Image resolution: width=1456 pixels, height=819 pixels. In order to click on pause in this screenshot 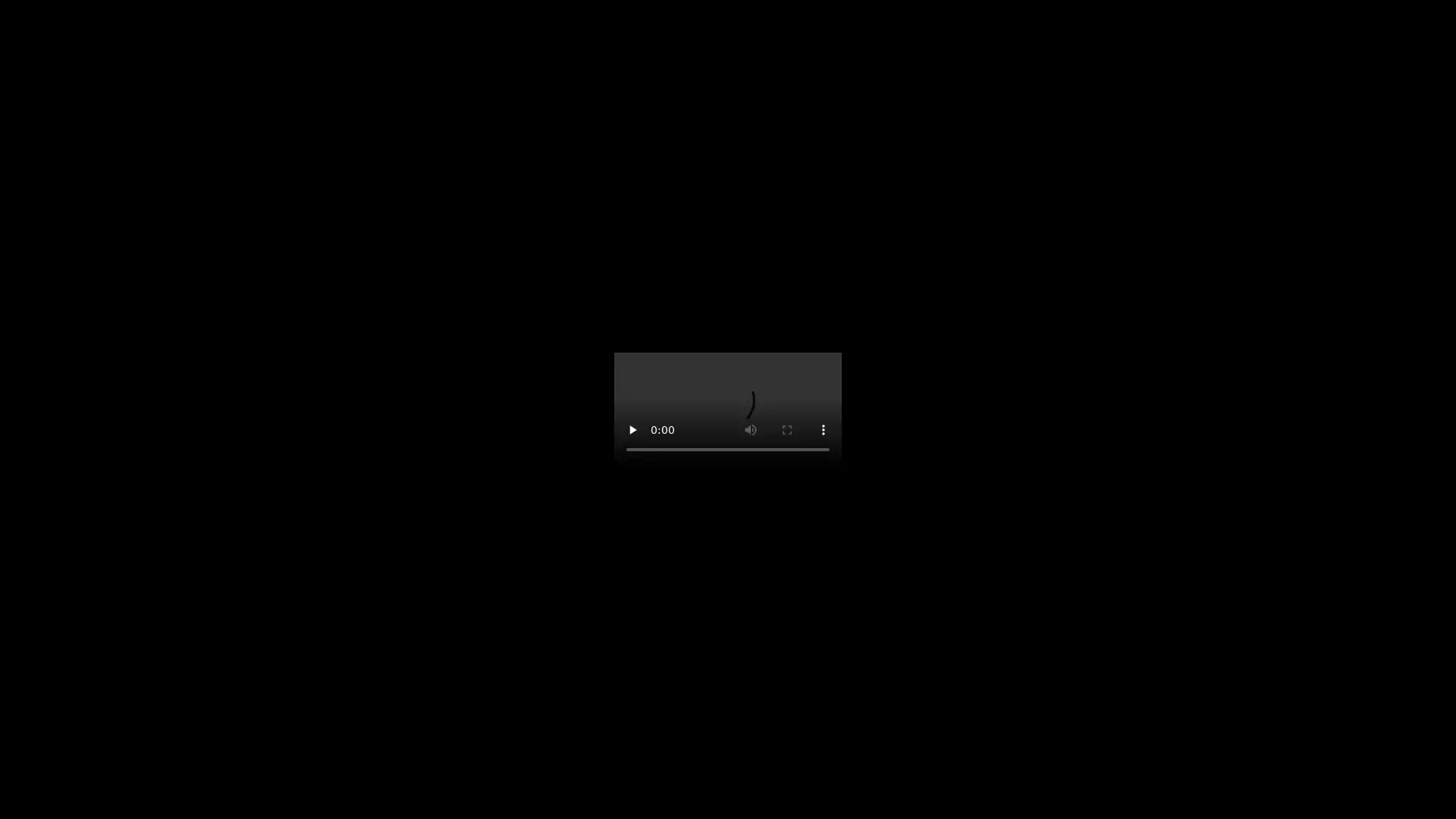, I will do `click(633, 444)`.